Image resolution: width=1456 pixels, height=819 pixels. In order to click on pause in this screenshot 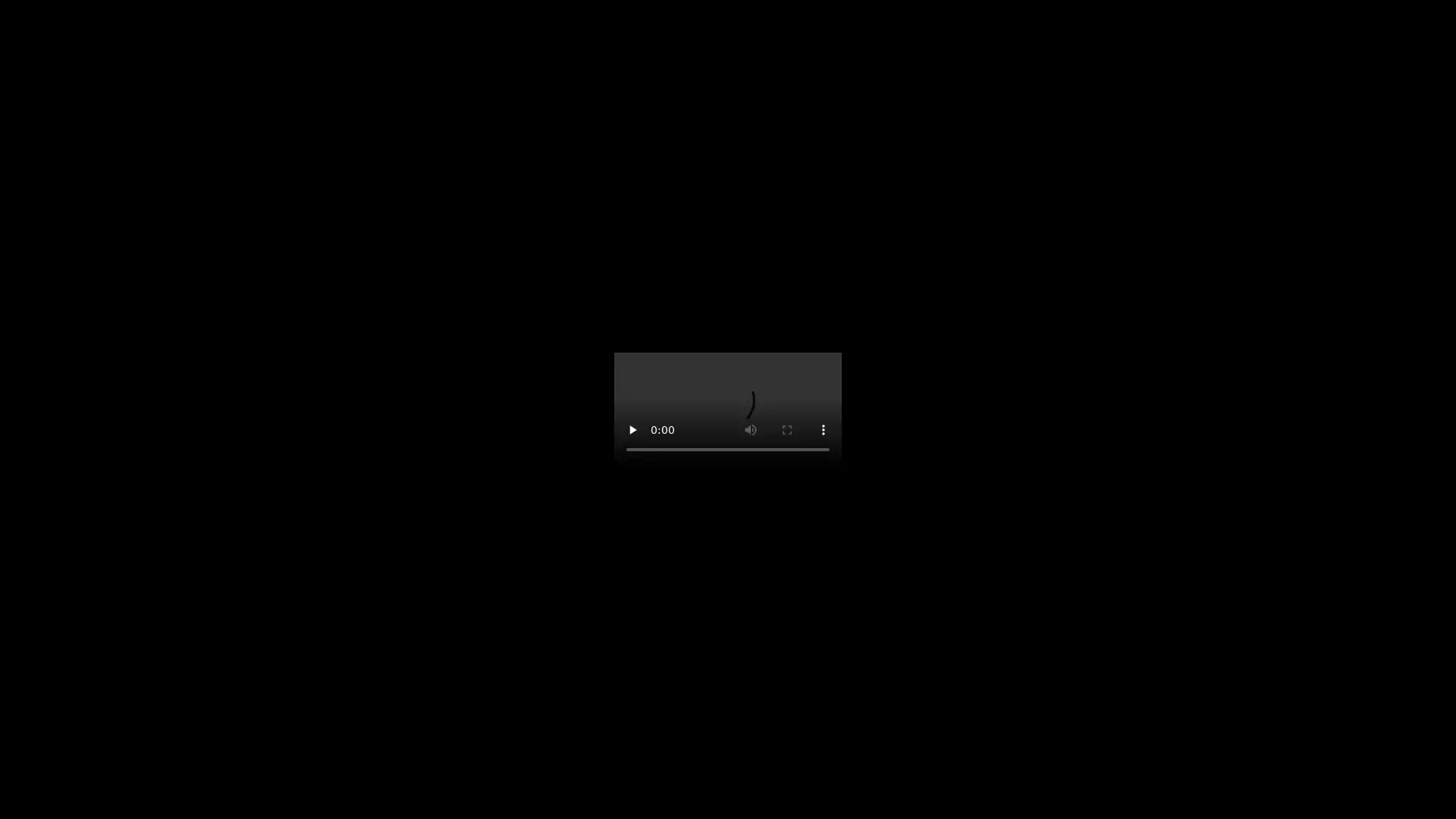, I will do `click(633, 444)`.